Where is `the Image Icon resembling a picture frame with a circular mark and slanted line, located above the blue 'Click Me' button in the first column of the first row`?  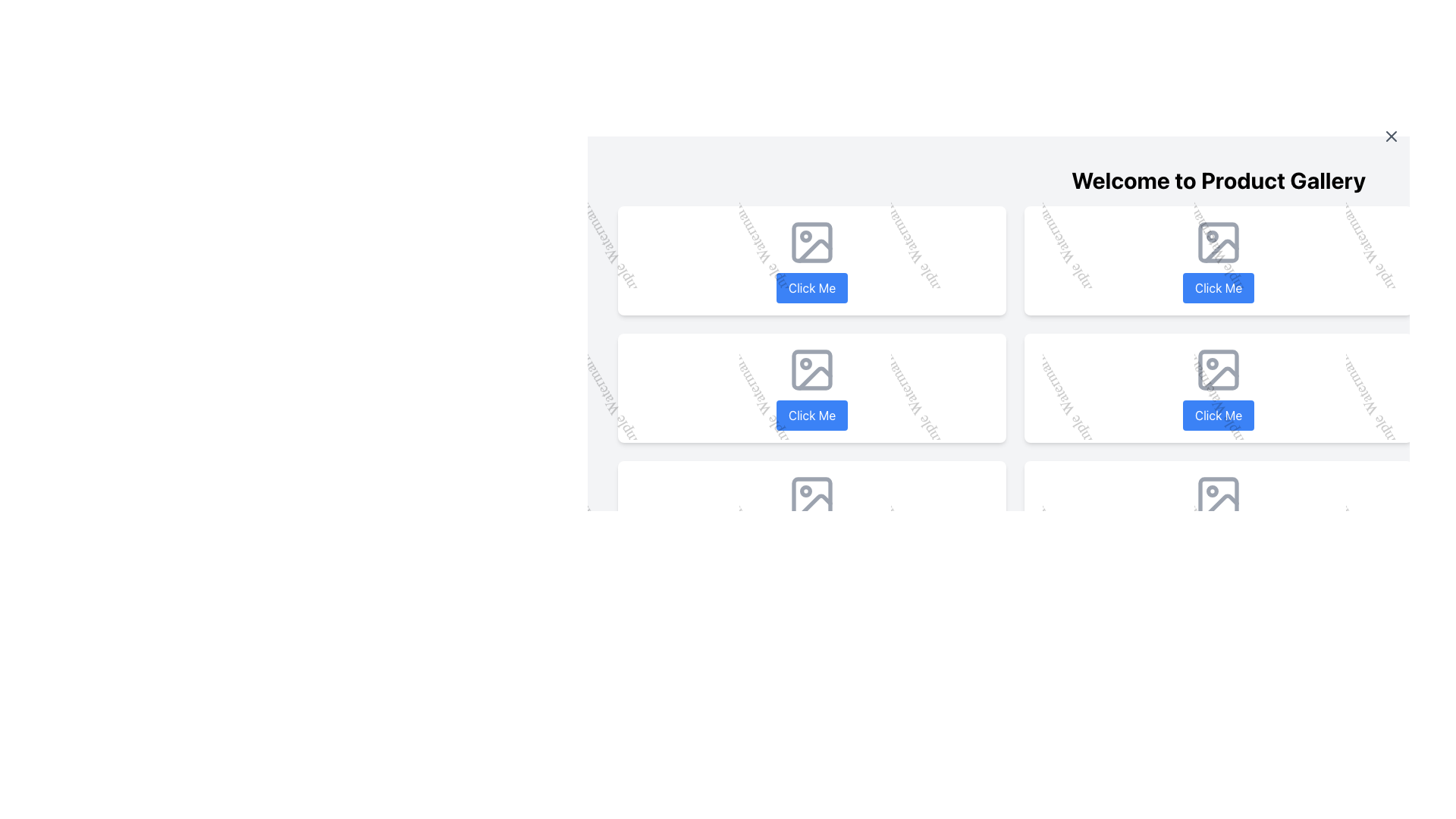 the Image Icon resembling a picture frame with a circular mark and slanted line, located above the blue 'Click Me' button in the first column of the first row is located at coordinates (811, 242).